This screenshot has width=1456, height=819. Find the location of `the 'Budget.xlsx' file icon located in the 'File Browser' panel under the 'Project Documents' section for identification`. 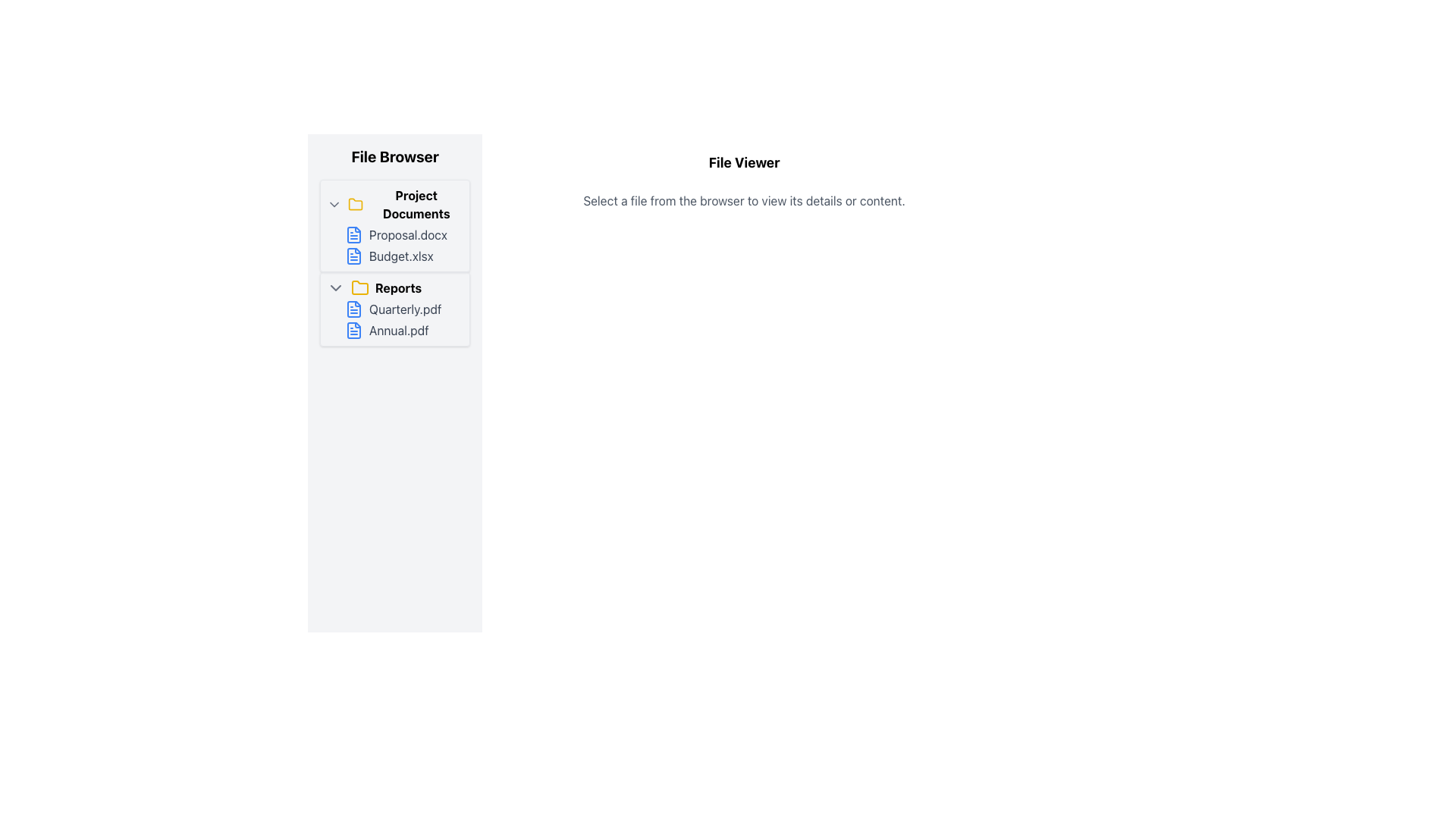

the 'Budget.xlsx' file icon located in the 'File Browser' panel under the 'Project Documents' section for identification is located at coordinates (353, 256).